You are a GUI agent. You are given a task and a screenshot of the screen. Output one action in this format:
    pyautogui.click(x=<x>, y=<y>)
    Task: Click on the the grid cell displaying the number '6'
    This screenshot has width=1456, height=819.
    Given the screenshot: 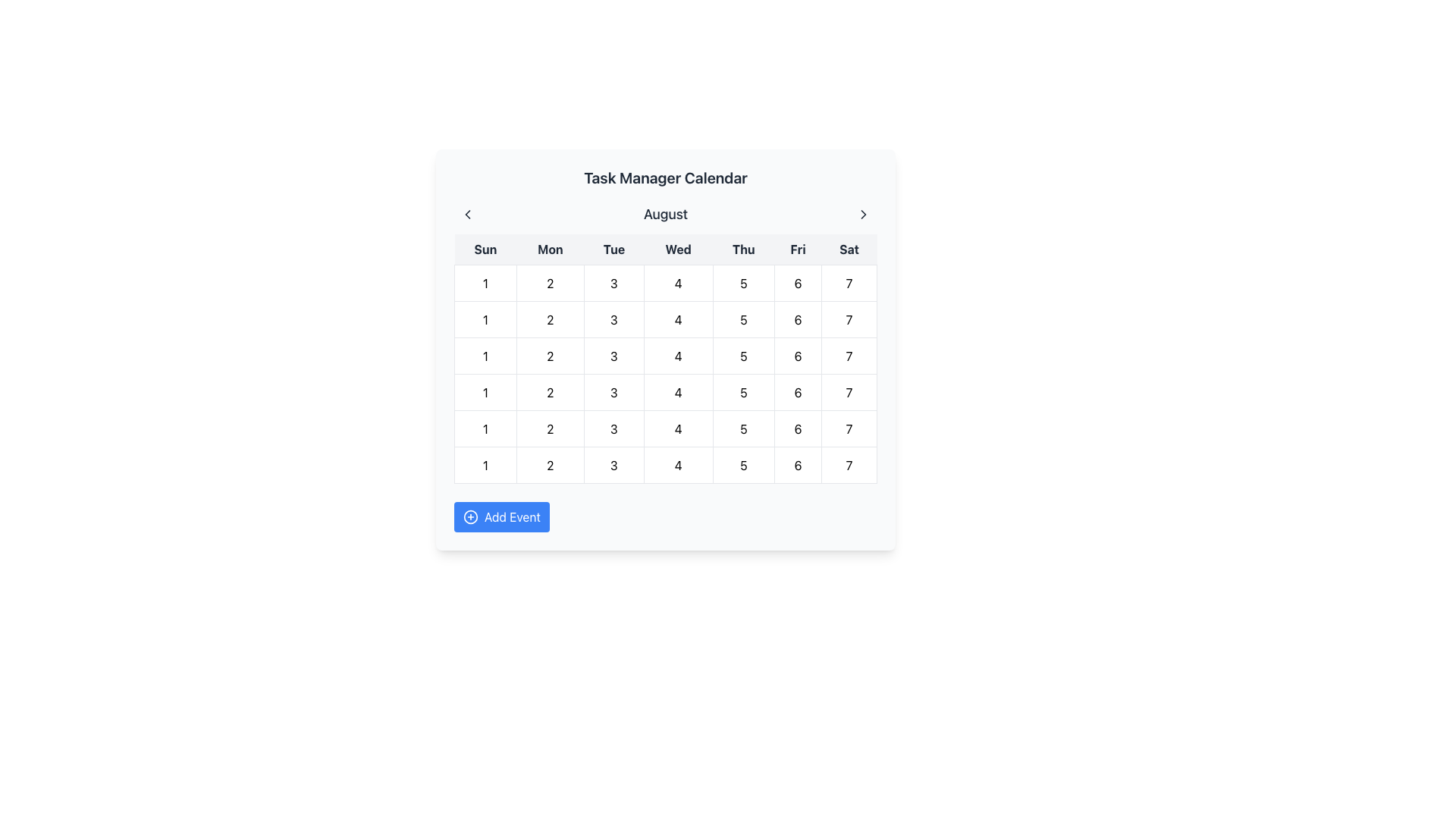 What is the action you would take?
    pyautogui.click(x=797, y=356)
    